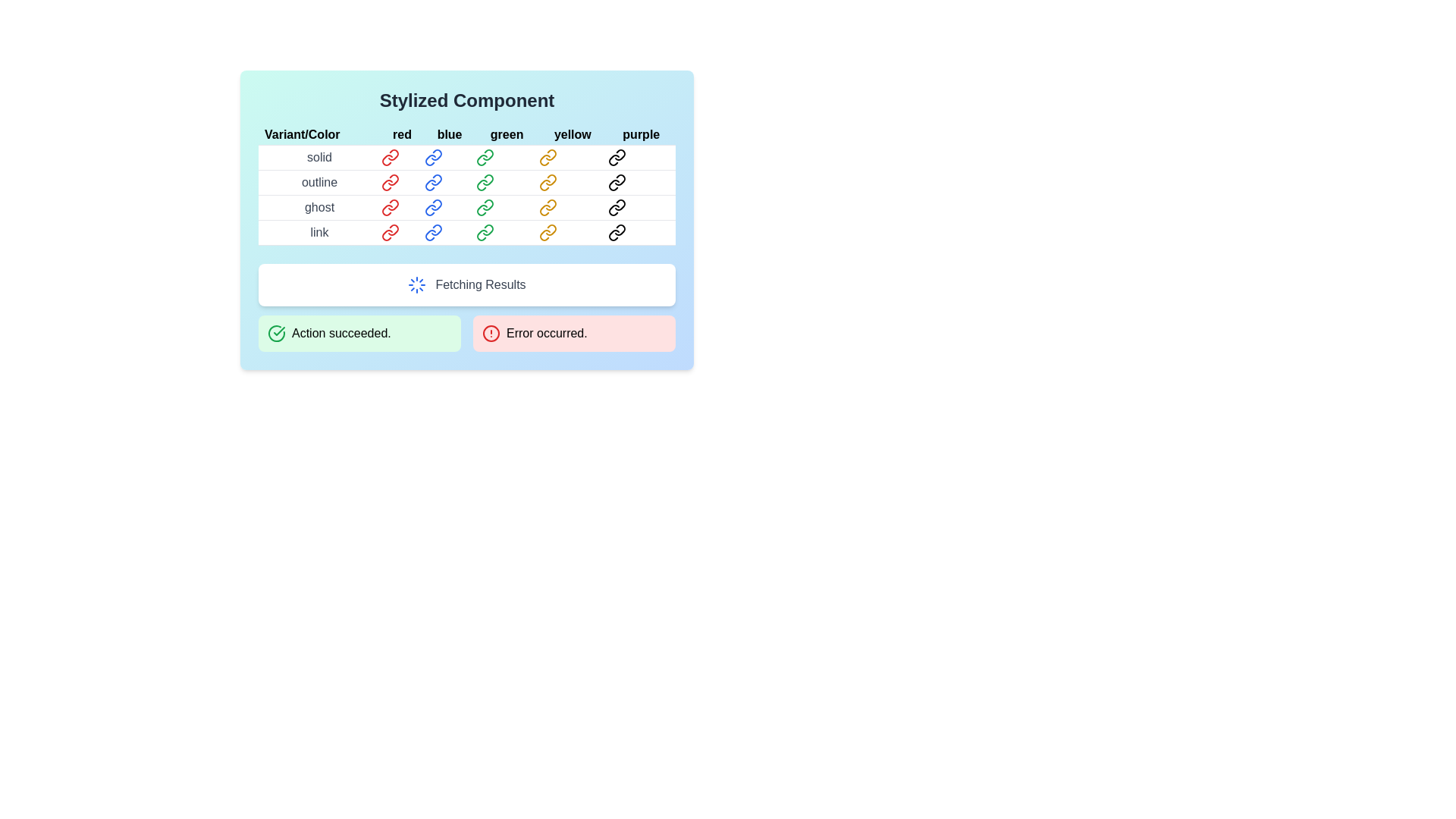 This screenshot has width=1456, height=819. Describe the element at coordinates (613, 160) in the screenshot. I see `the chain link icon in the first row and fifth column of the table, which is styled in a curved design and fits within the purple column under the 'solid' row` at that location.